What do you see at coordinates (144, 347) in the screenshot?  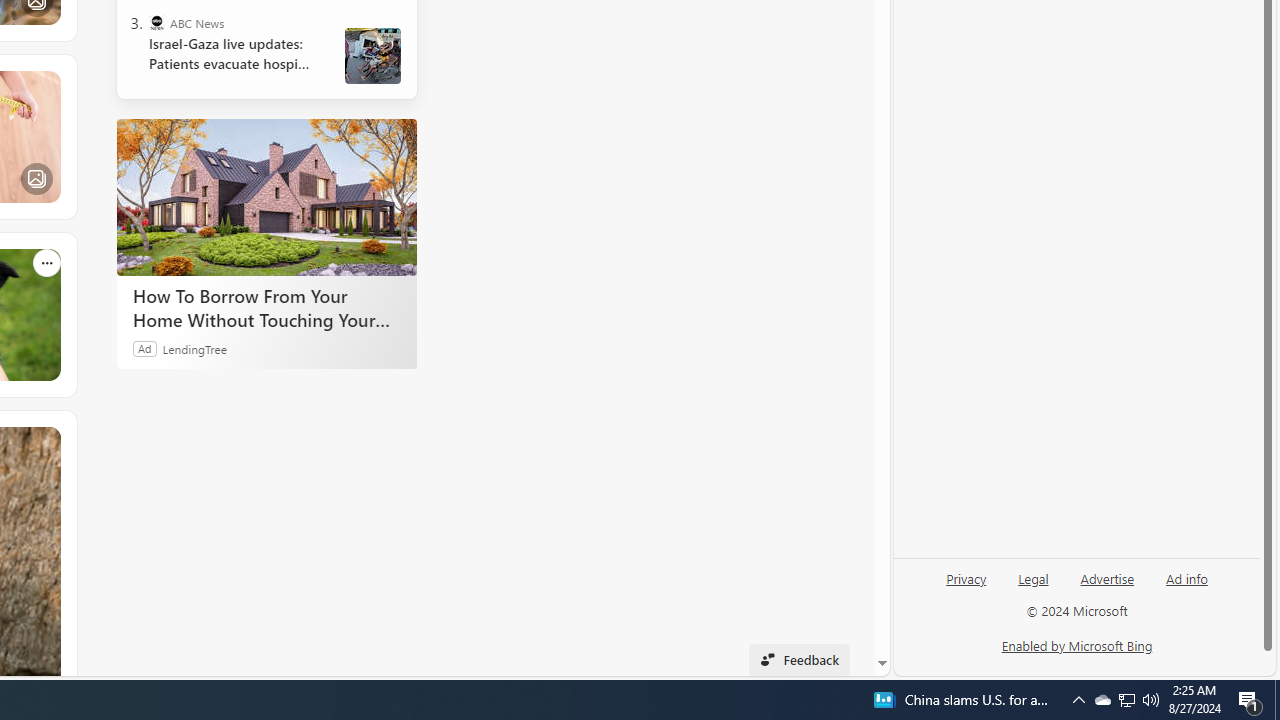 I see `'Ad'` at bounding box center [144, 347].